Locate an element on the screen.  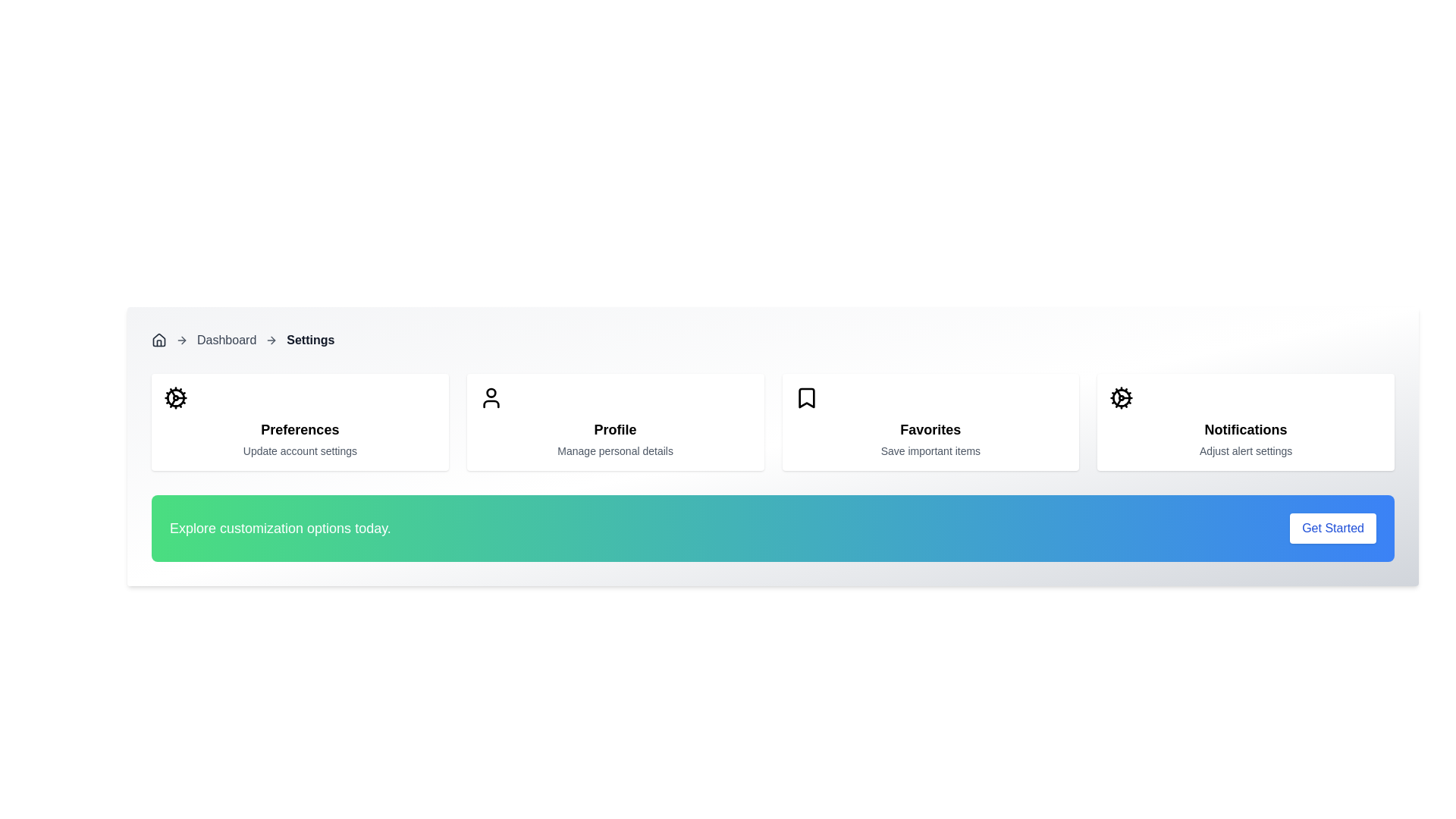
the static text label that provides additional information about the 'Favorites' section, located within the 'Favorites' card, below the title 'Favorites' is located at coordinates (930, 450).